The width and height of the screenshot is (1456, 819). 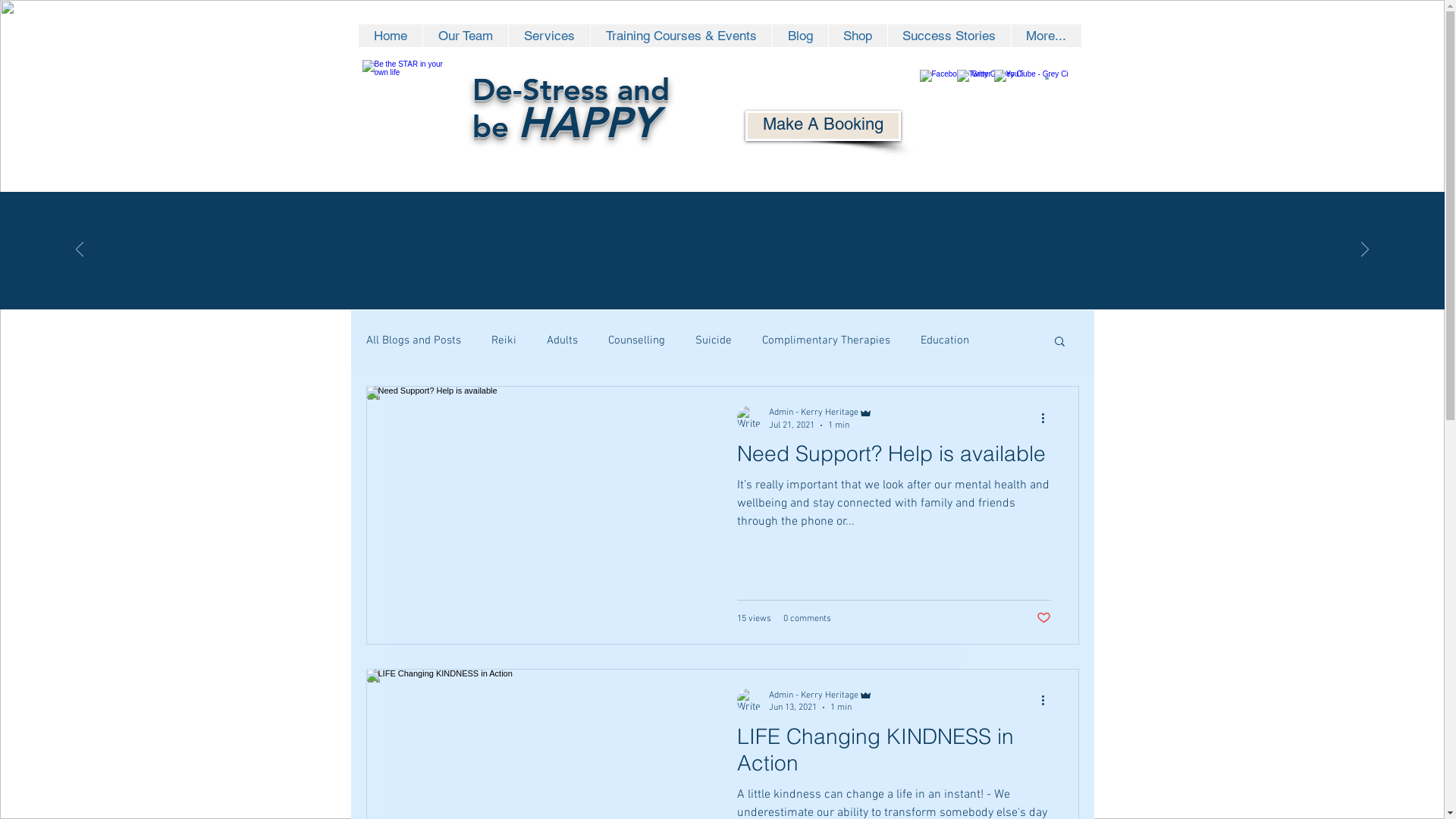 What do you see at coordinates (389, 34) in the screenshot?
I see `'Home'` at bounding box center [389, 34].